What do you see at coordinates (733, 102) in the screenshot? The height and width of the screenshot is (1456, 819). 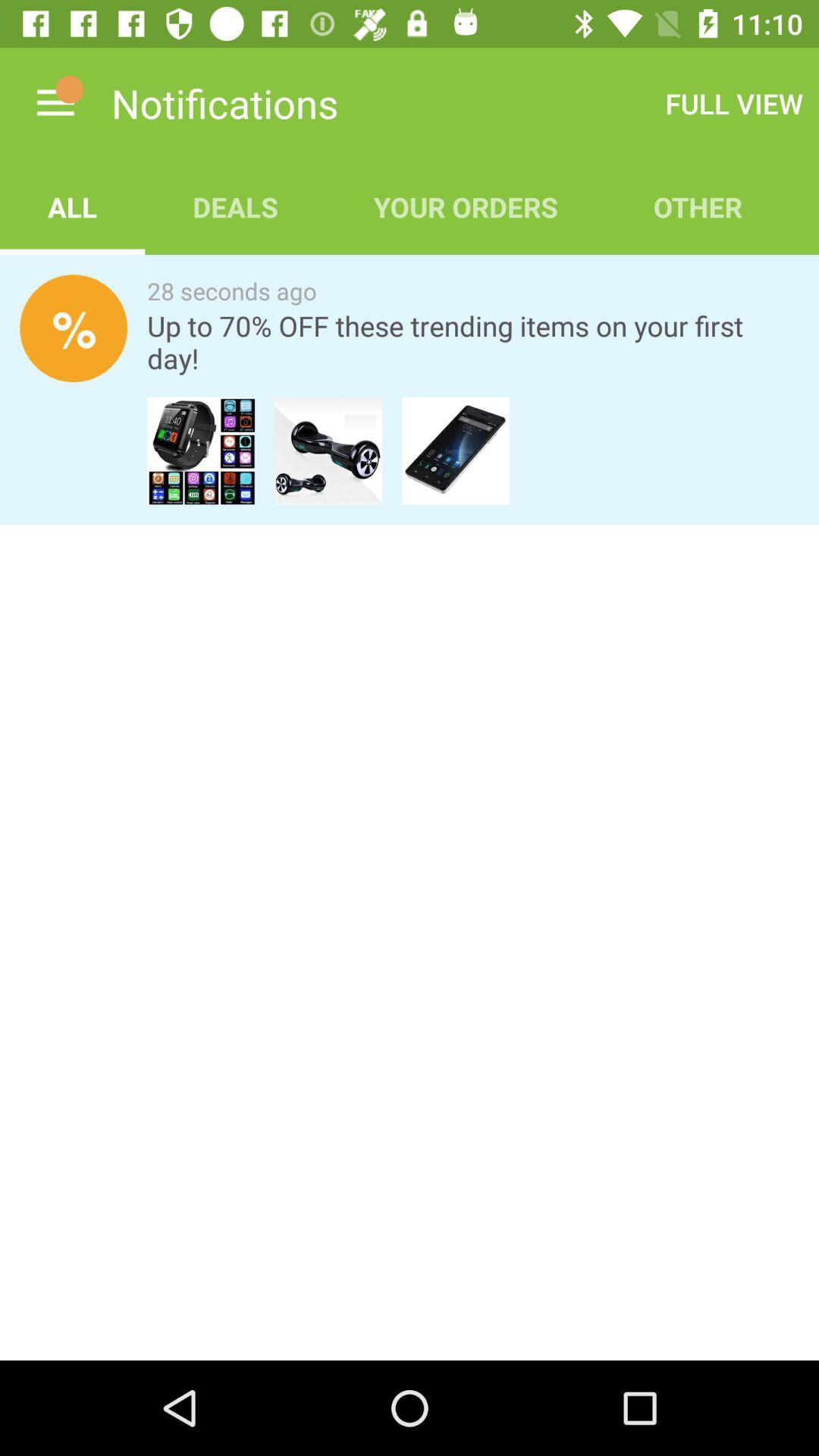 I see `the item next to your orders item` at bounding box center [733, 102].